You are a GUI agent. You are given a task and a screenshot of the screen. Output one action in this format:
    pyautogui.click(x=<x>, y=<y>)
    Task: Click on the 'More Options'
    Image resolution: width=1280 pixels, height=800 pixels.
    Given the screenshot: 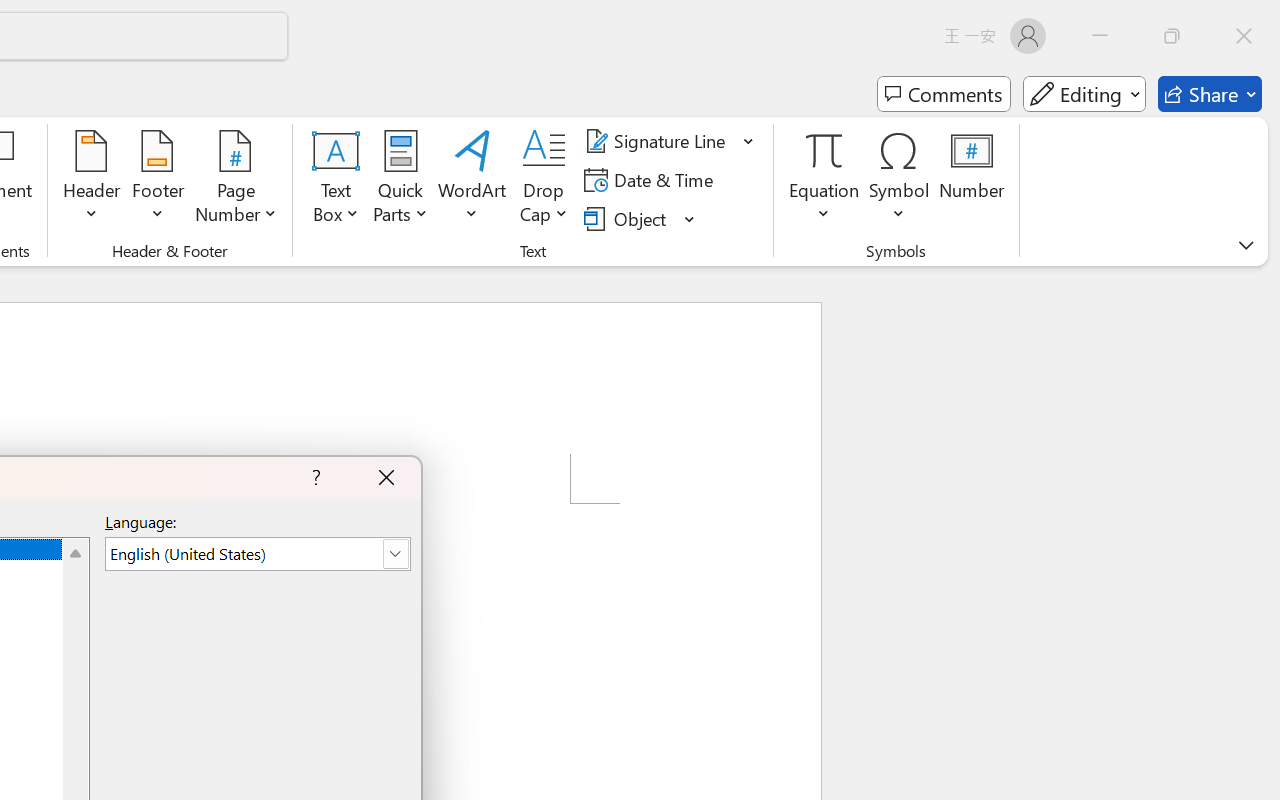 What is the action you would take?
    pyautogui.click(x=824, y=207)
    